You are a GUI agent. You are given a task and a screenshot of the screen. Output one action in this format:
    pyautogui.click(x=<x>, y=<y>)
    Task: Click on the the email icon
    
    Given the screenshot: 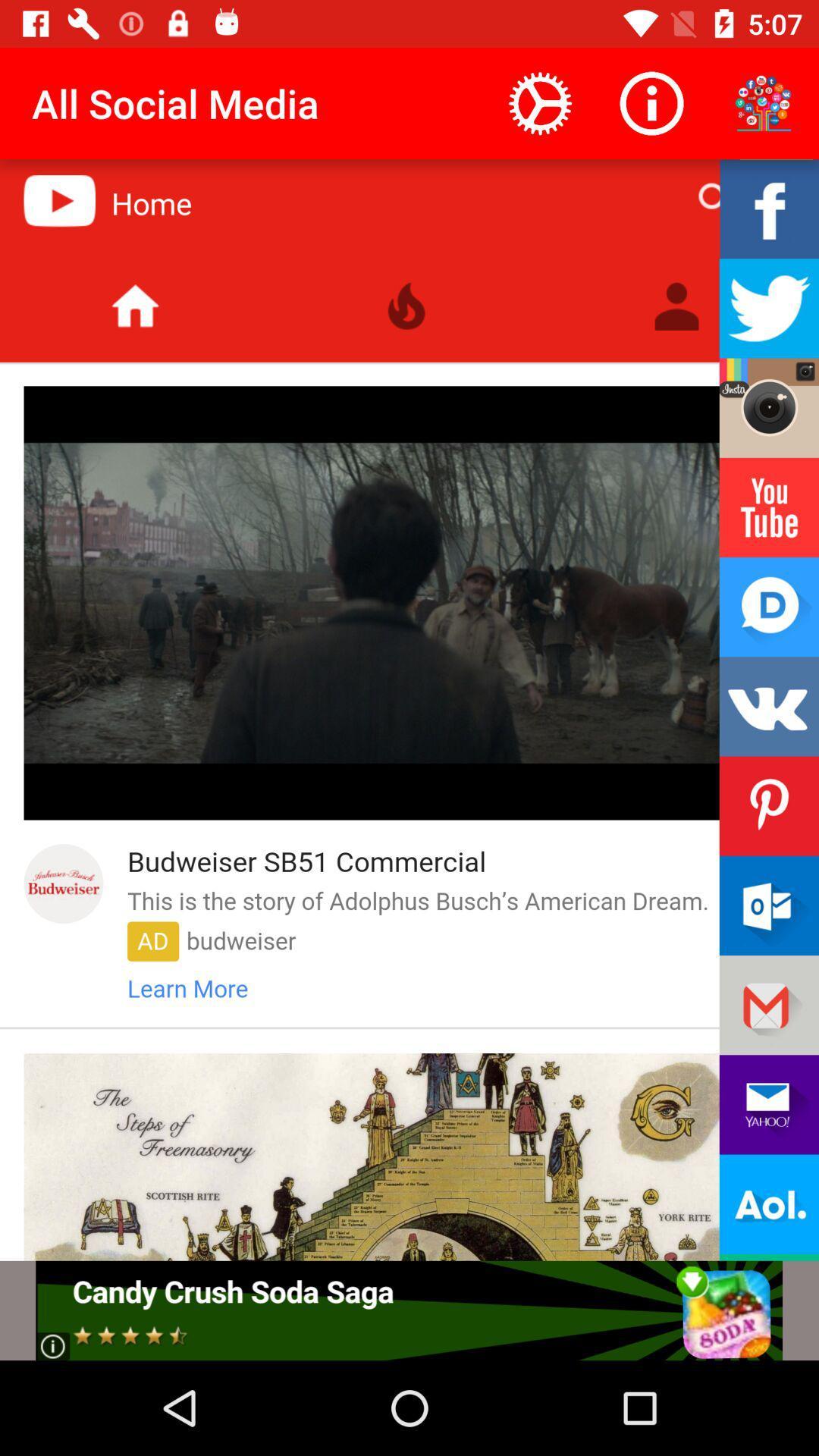 What is the action you would take?
    pyautogui.click(x=769, y=905)
    